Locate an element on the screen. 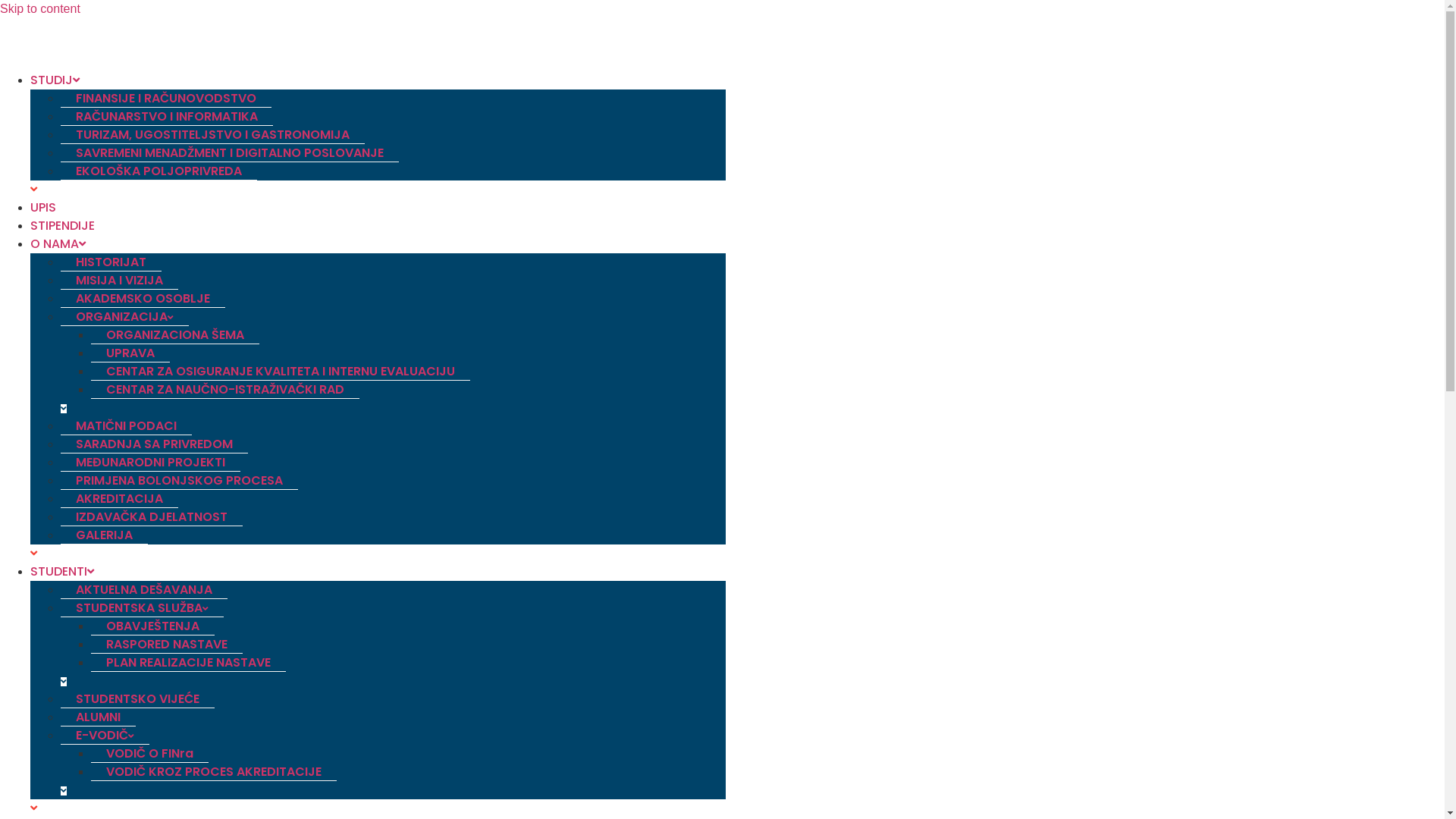 Image resolution: width=1456 pixels, height=819 pixels. 'TURIZAM, UGOSTITELJSTVO I GASTRONOMIJA' is located at coordinates (212, 133).